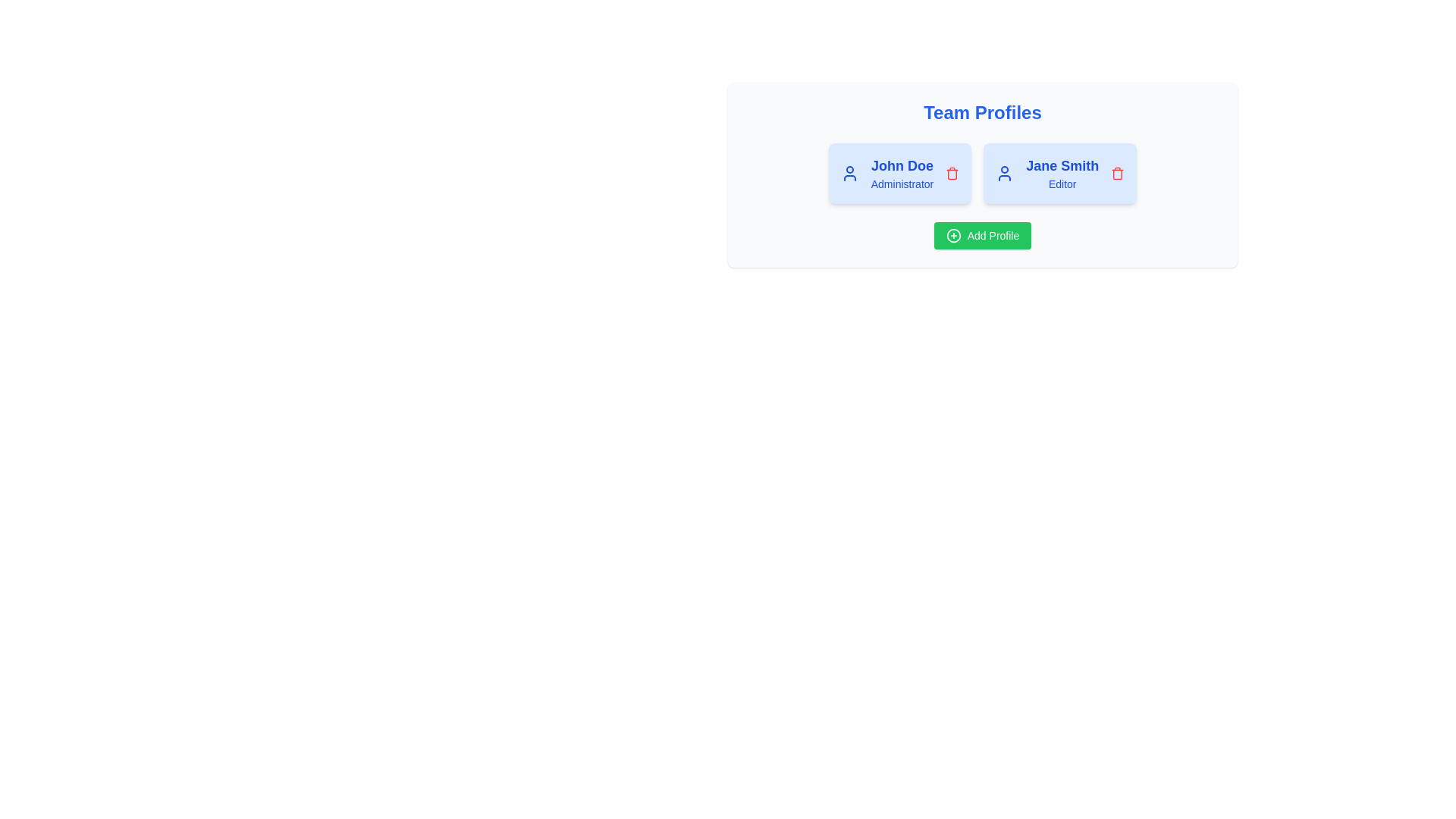  What do you see at coordinates (849, 172) in the screenshot?
I see `the user icon of the profile identified by John Doe` at bounding box center [849, 172].